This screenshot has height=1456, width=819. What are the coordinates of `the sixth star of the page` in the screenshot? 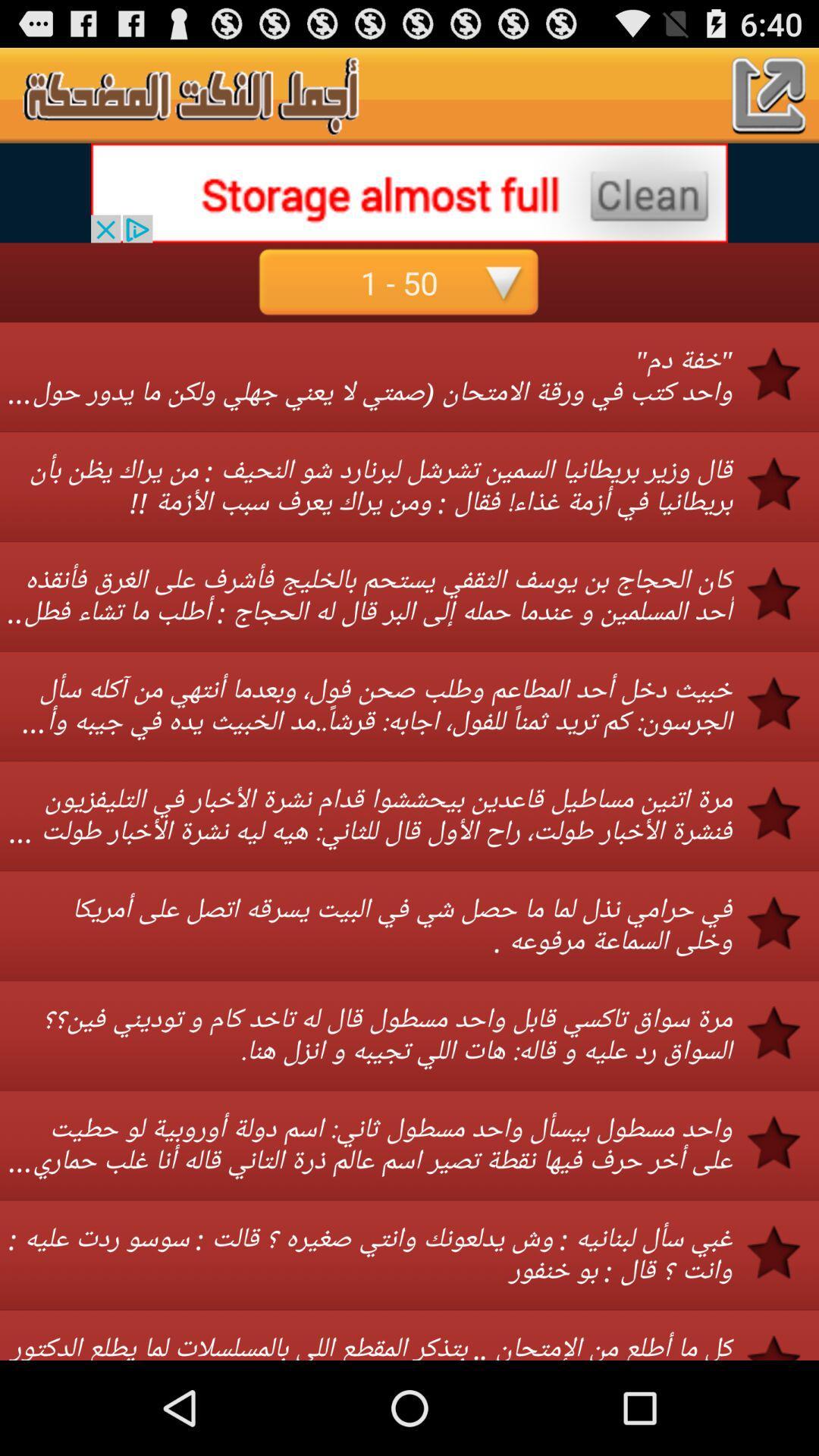 It's located at (783, 922).